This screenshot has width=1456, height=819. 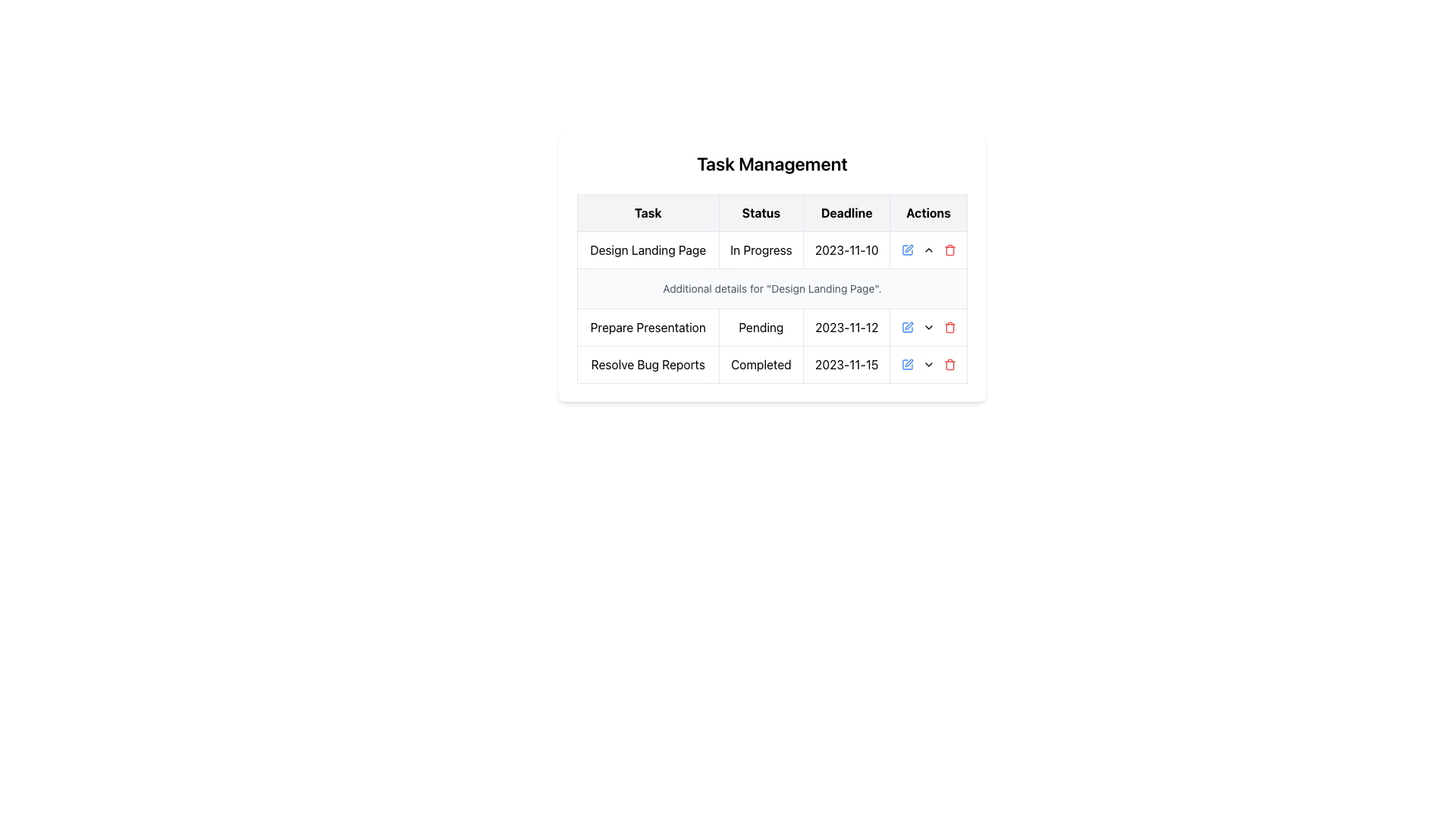 What do you see at coordinates (949, 328) in the screenshot?
I see `the body of the trash can icon within the SVG illustration located in the 'Actions' column of the task management table for 'Prepare Presentation'` at bounding box center [949, 328].